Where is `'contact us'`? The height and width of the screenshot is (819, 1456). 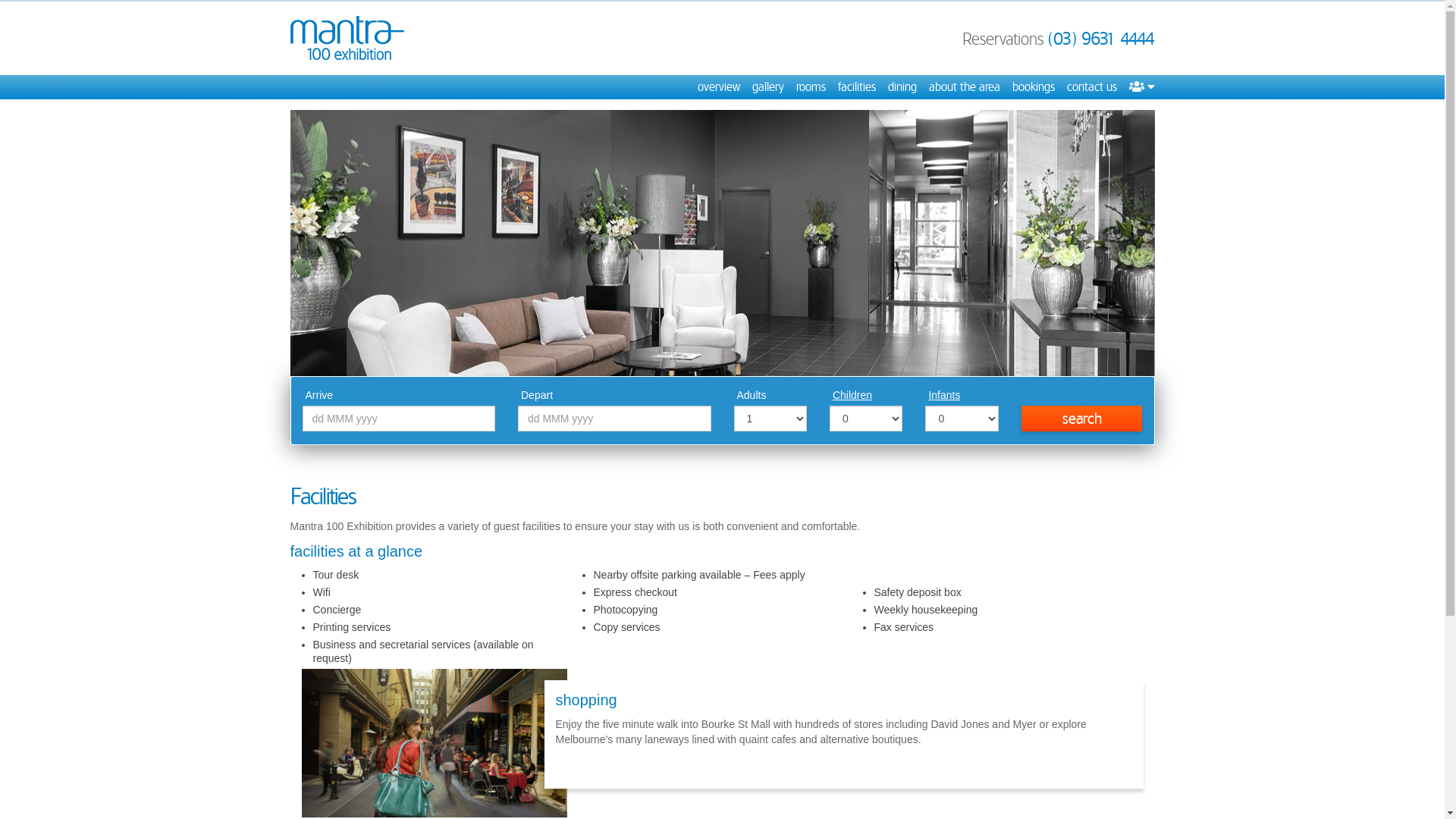
'contact us' is located at coordinates (1090, 87).